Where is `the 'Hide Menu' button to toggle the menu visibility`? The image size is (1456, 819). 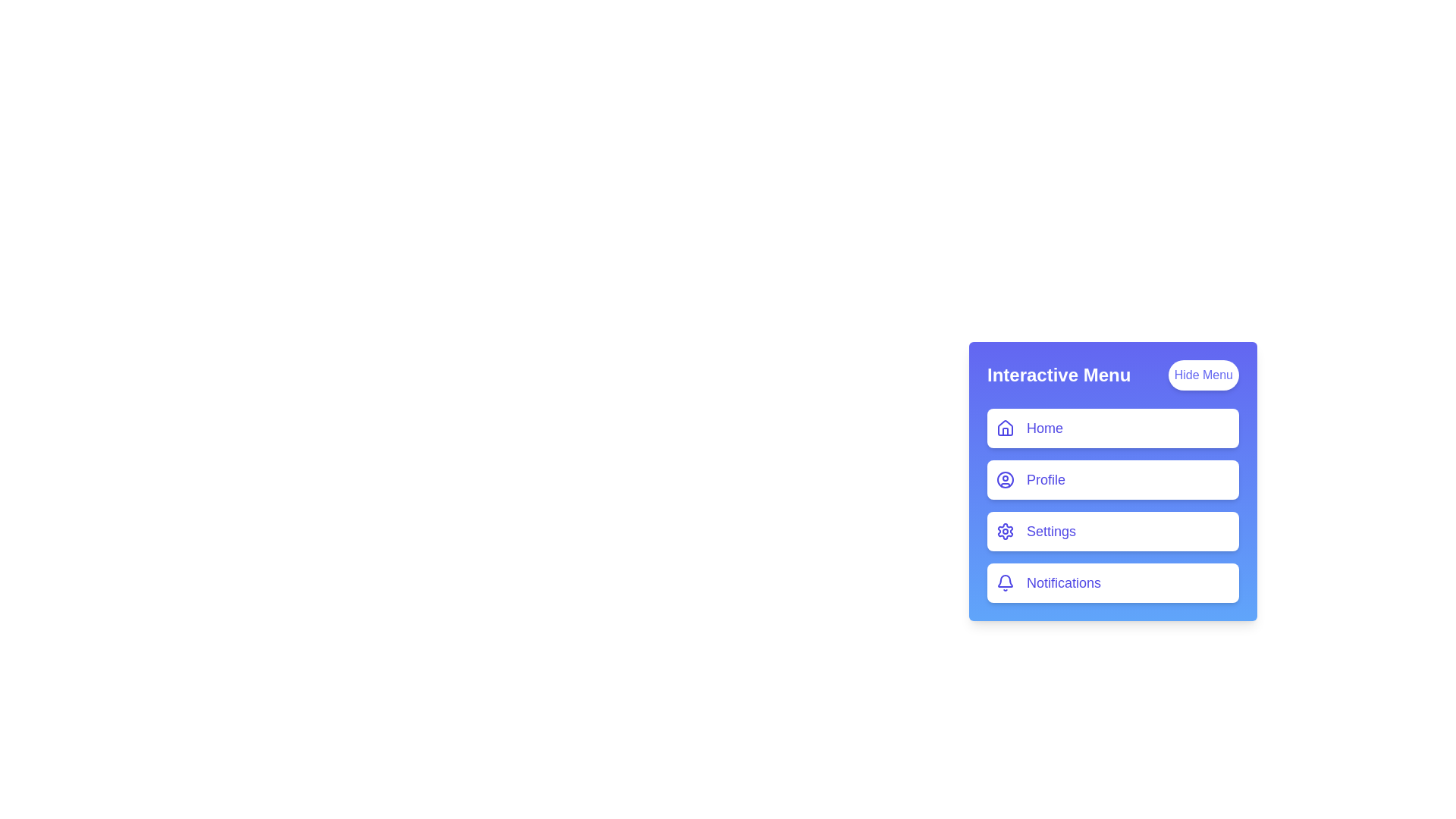 the 'Hide Menu' button to toggle the menu visibility is located at coordinates (1203, 375).